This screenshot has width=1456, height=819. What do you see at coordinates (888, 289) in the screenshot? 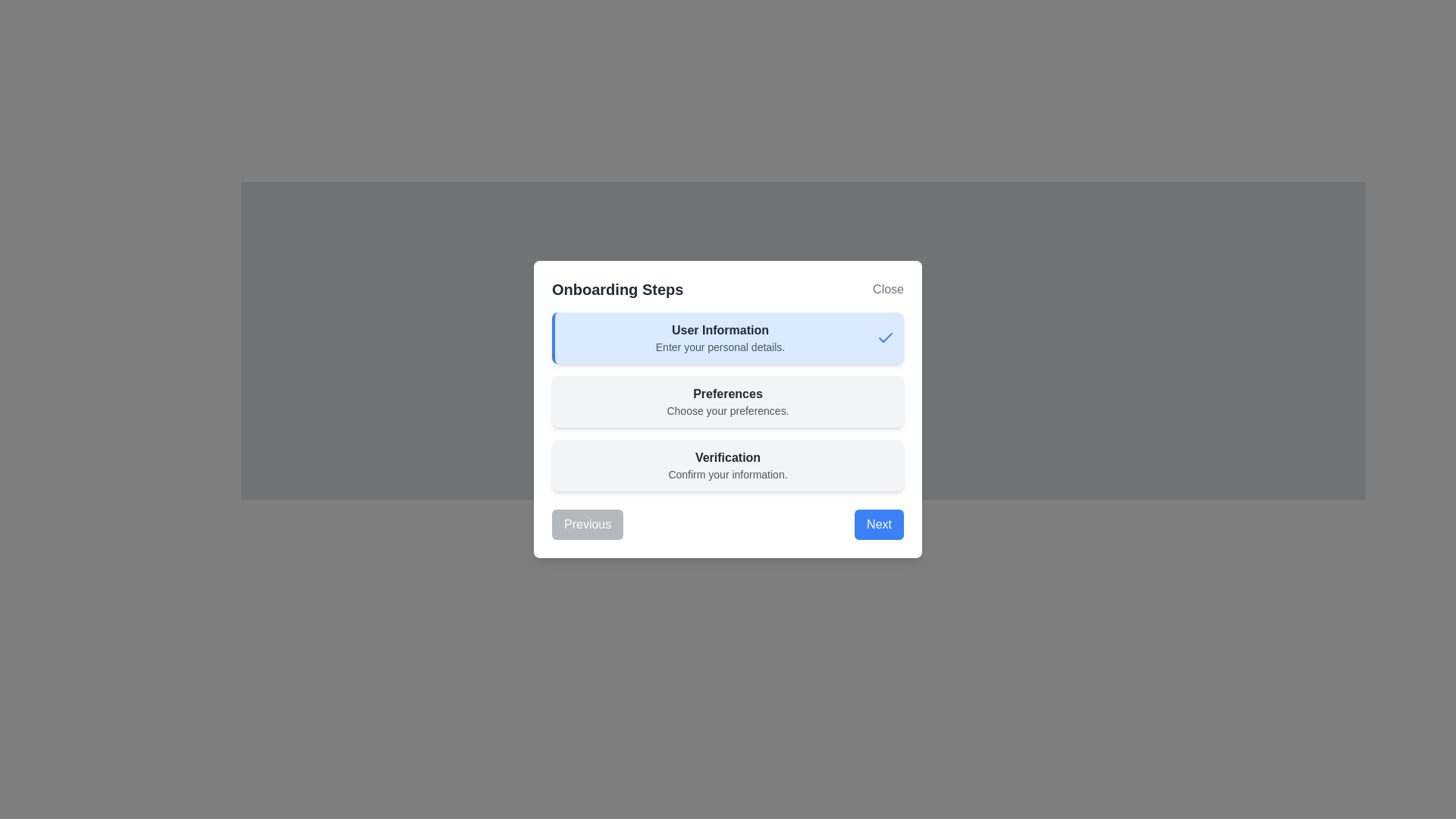
I see `the 'Close' button in the top-right corner of the 'Onboarding Steps' modal dialog` at bounding box center [888, 289].